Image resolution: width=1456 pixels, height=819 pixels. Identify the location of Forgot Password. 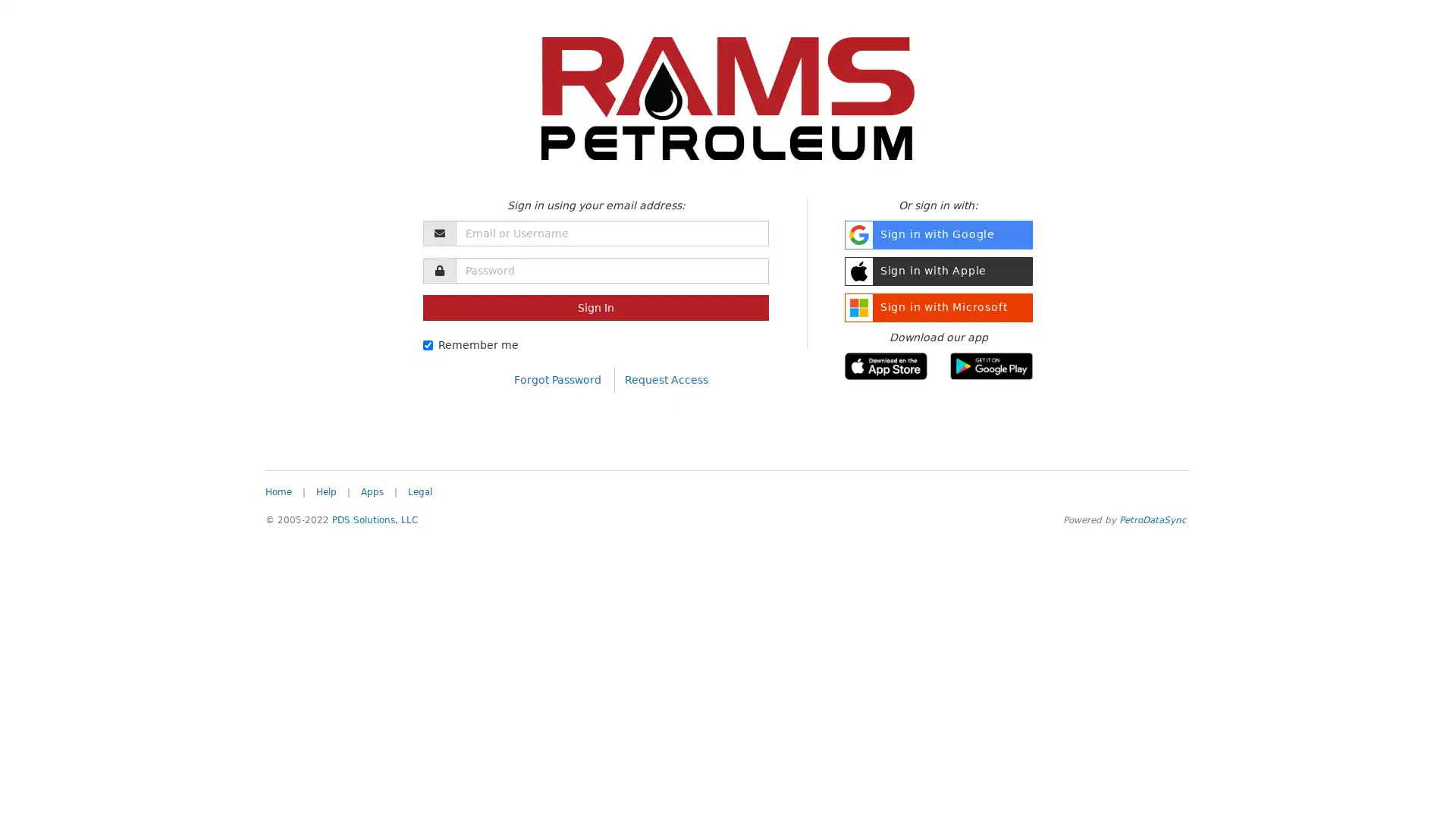
(556, 378).